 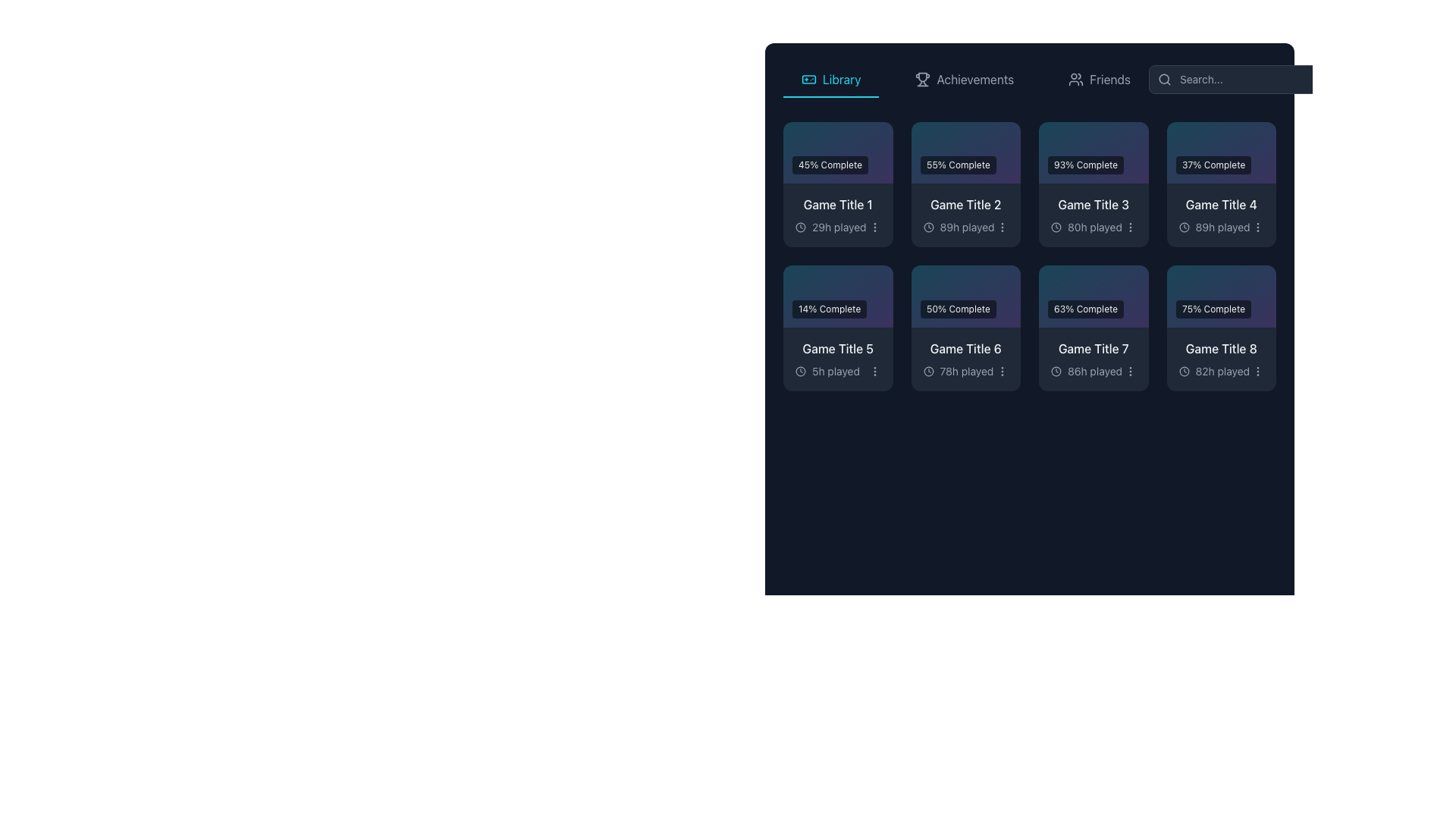 I want to click on progress percentage from the text label displaying '63% Complete' within the progress card in the Library section, so click(x=1094, y=296).